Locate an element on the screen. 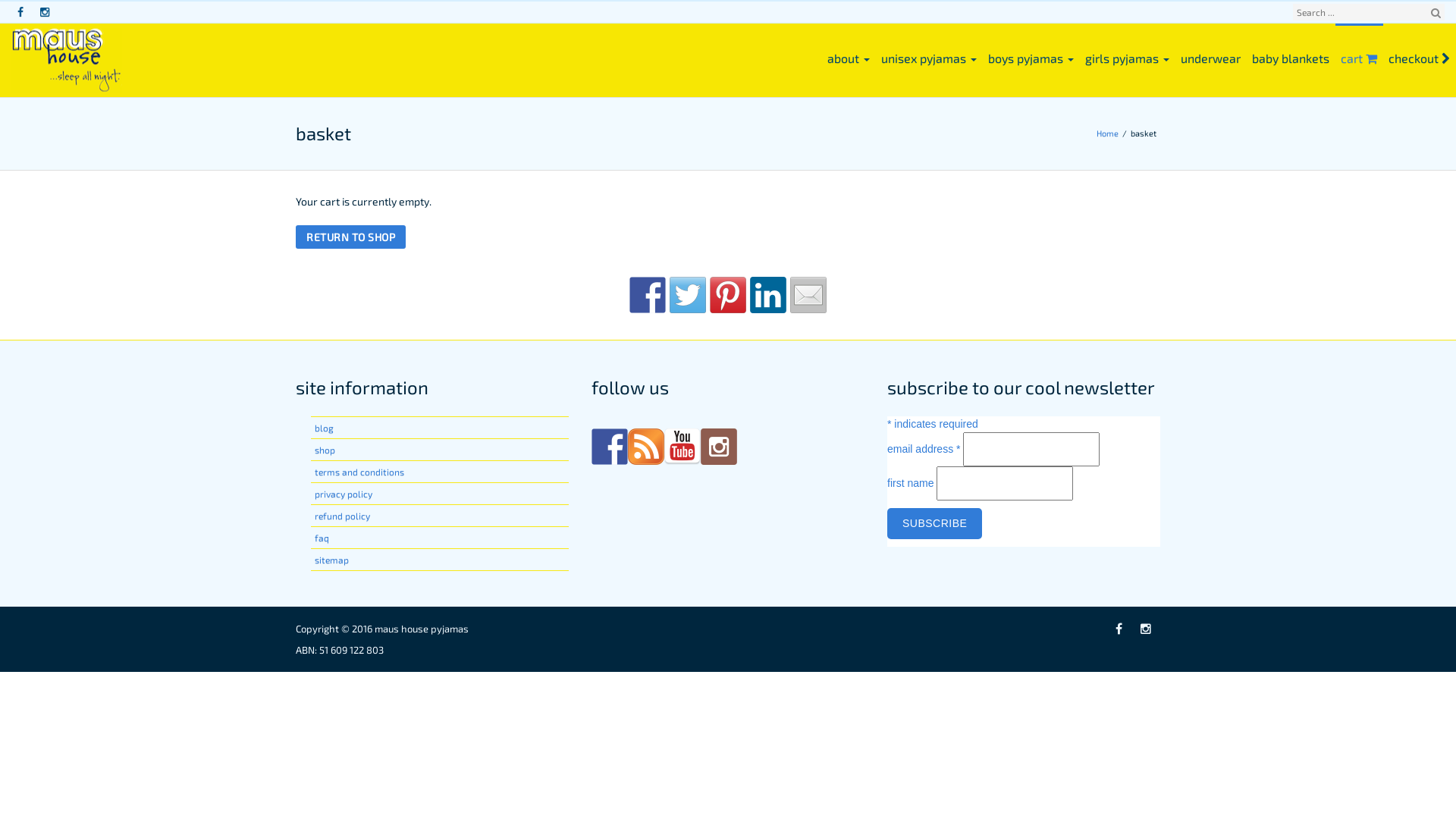 This screenshot has width=1456, height=819. 'RETURN TO SHOP' is located at coordinates (295, 237).